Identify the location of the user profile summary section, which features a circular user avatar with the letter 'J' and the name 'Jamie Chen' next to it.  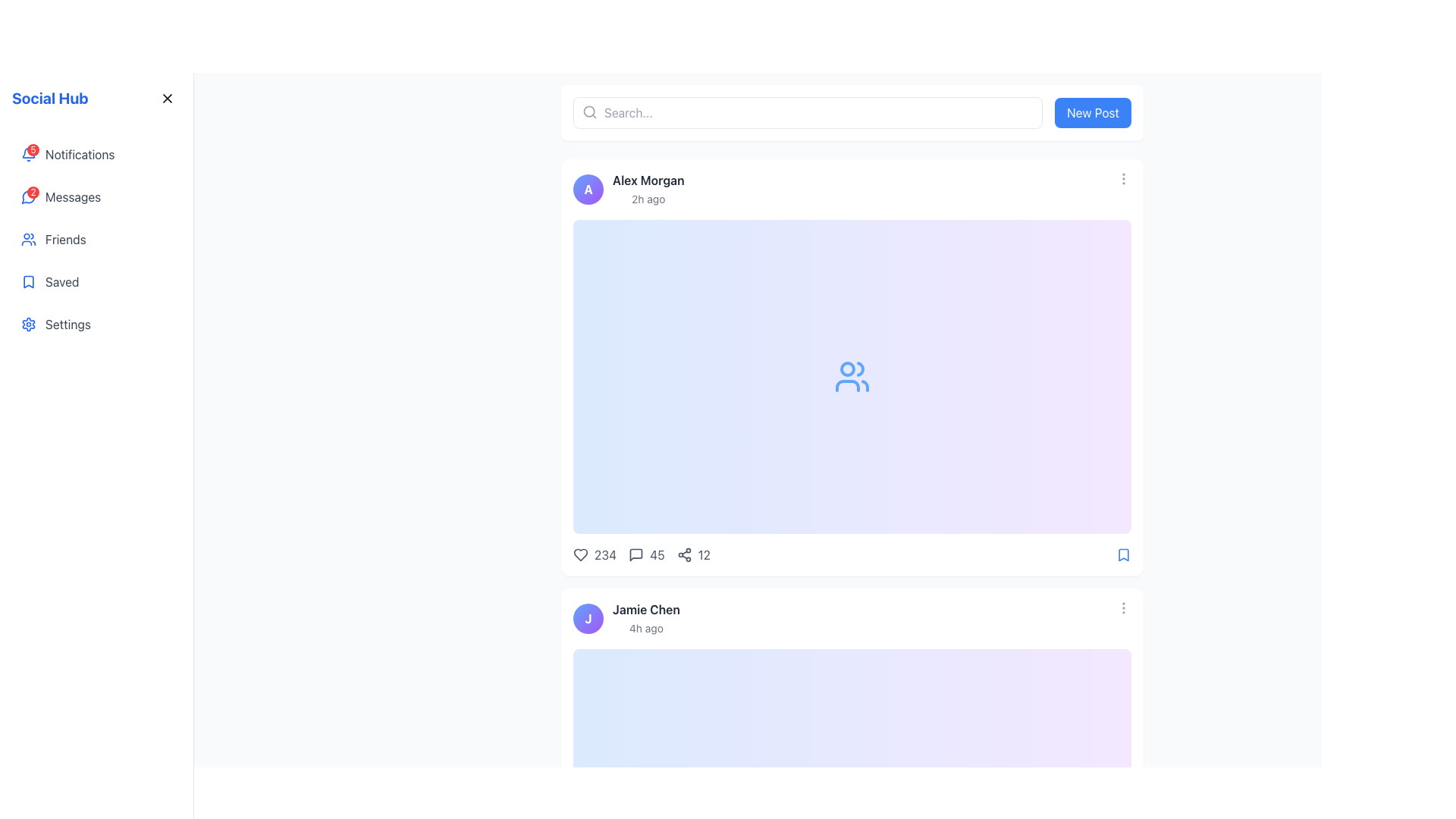
(626, 619).